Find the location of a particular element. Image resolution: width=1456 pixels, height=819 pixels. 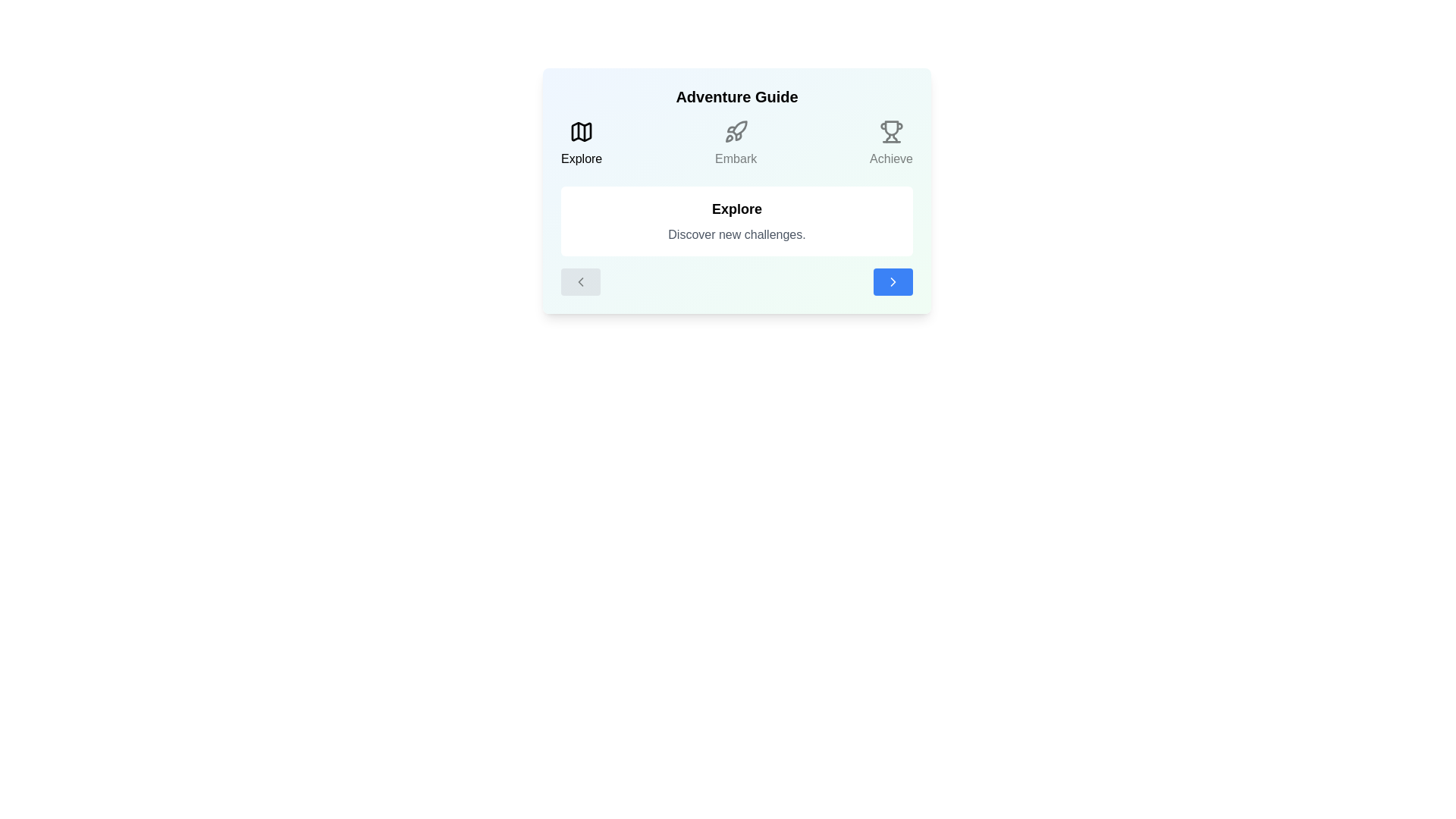

the 'previous' button to navigate to the previous step is located at coordinates (580, 281).